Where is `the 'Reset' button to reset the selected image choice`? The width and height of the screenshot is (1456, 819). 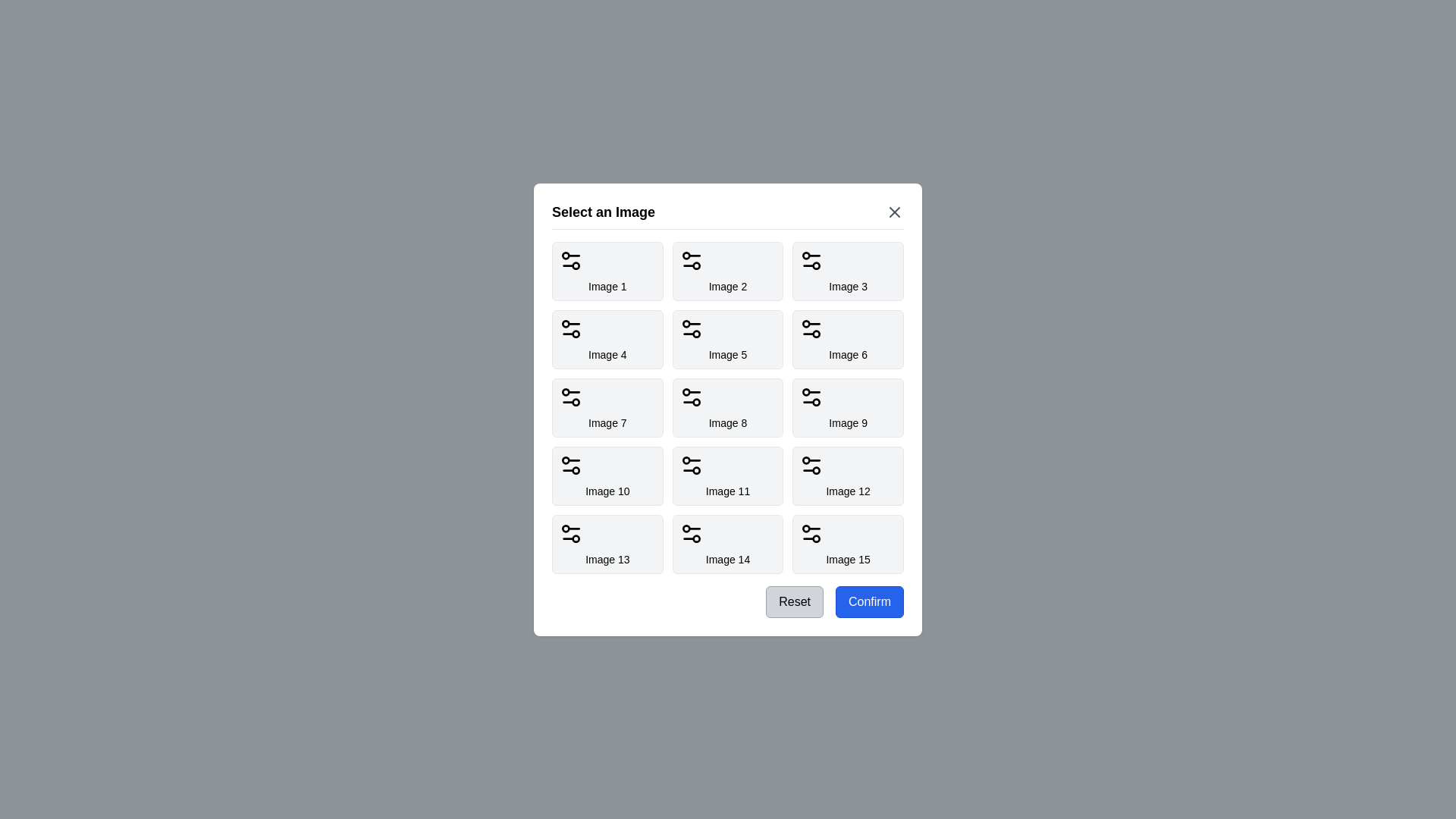
the 'Reset' button to reset the selected image choice is located at coordinates (793, 601).